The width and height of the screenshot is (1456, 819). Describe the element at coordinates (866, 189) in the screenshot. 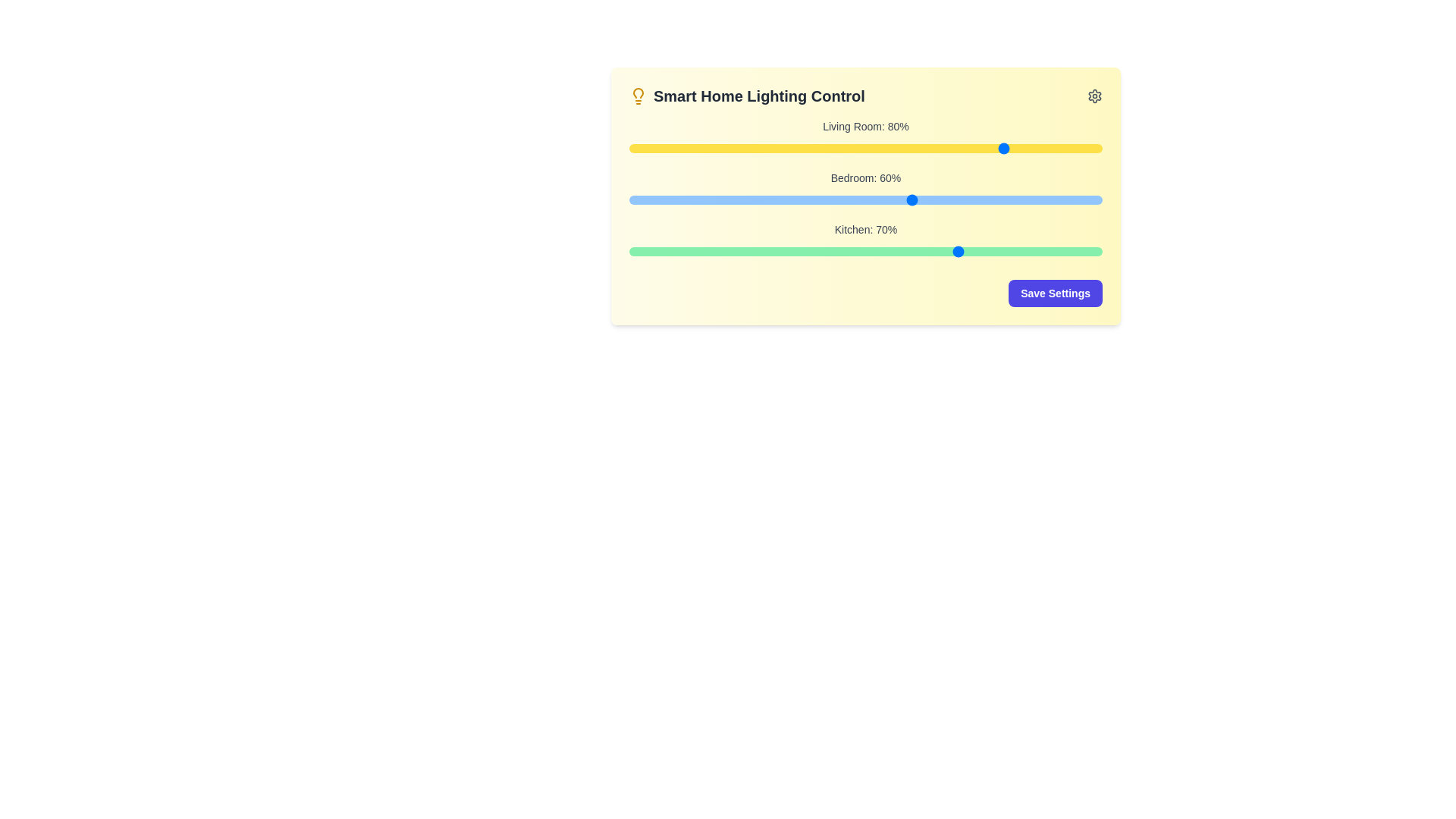

I see `the grouped component containing multiple progress bars labeled 'Living Room', 'Bedroom', and 'Kitchen' to interact with it` at that location.